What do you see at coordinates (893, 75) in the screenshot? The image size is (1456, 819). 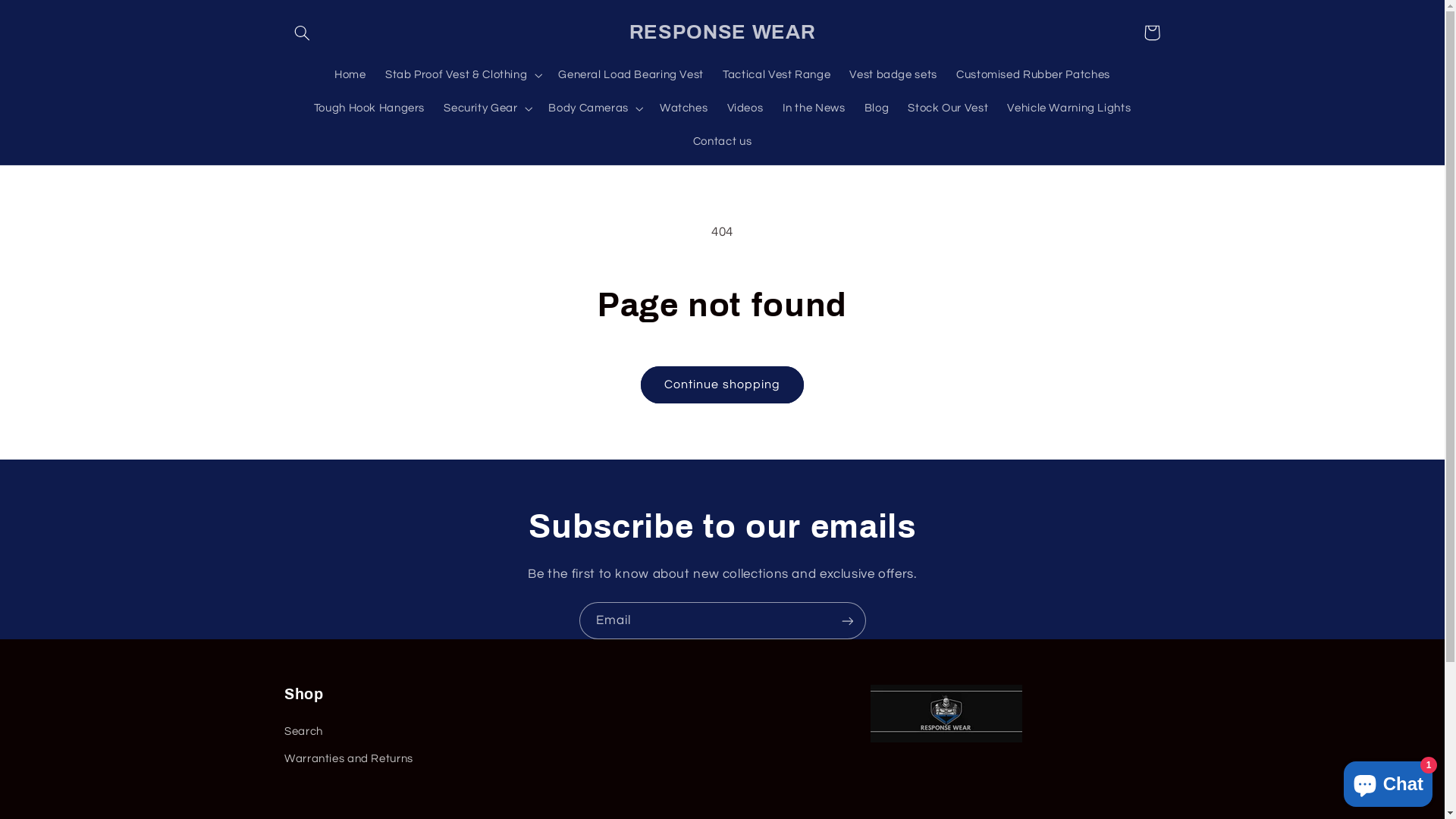 I see `'Vest badge sets'` at bounding box center [893, 75].